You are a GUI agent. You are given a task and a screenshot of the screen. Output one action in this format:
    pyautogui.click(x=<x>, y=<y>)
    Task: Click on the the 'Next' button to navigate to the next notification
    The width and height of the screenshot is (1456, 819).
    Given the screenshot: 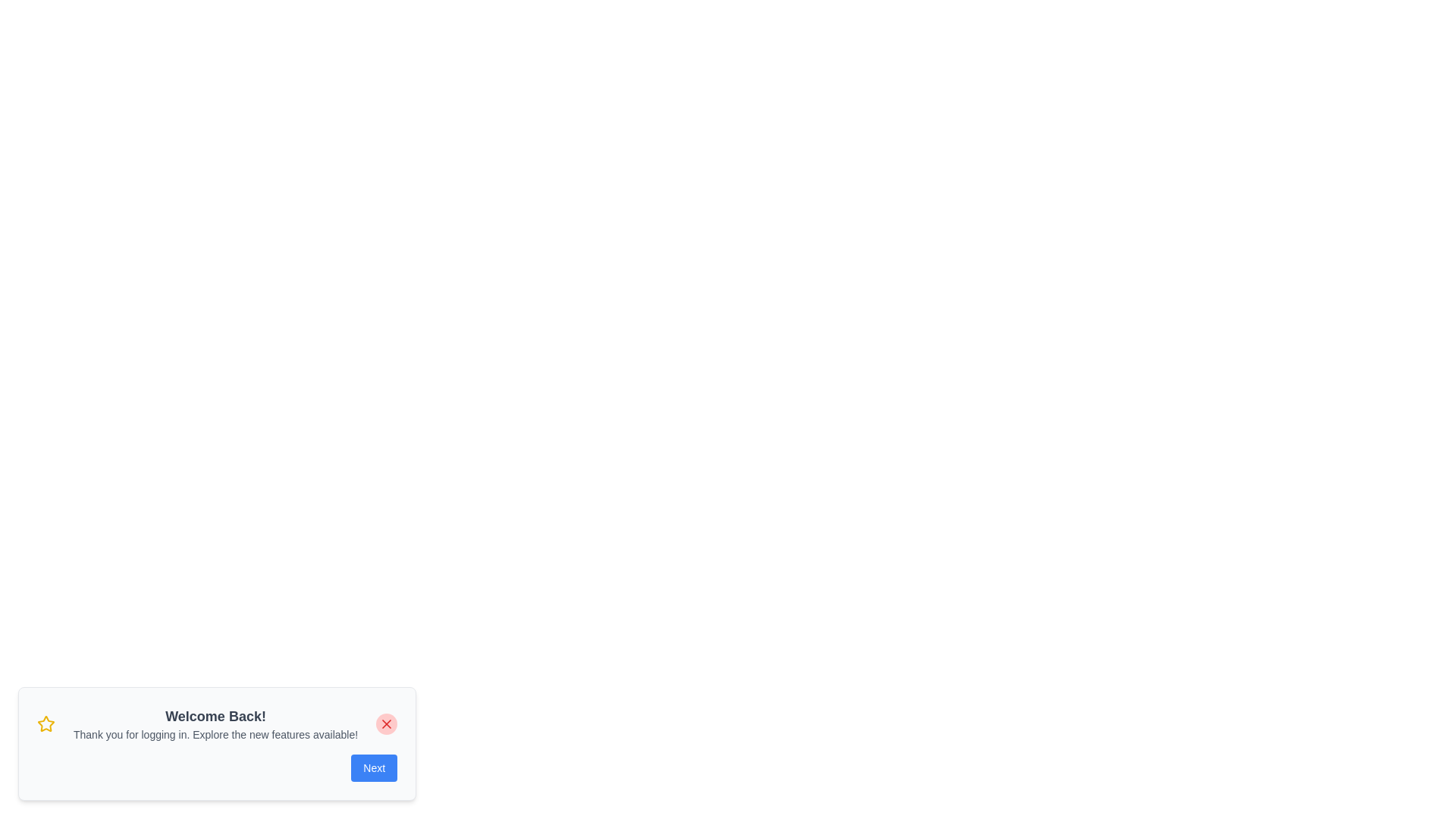 What is the action you would take?
    pyautogui.click(x=374, y=768)
    